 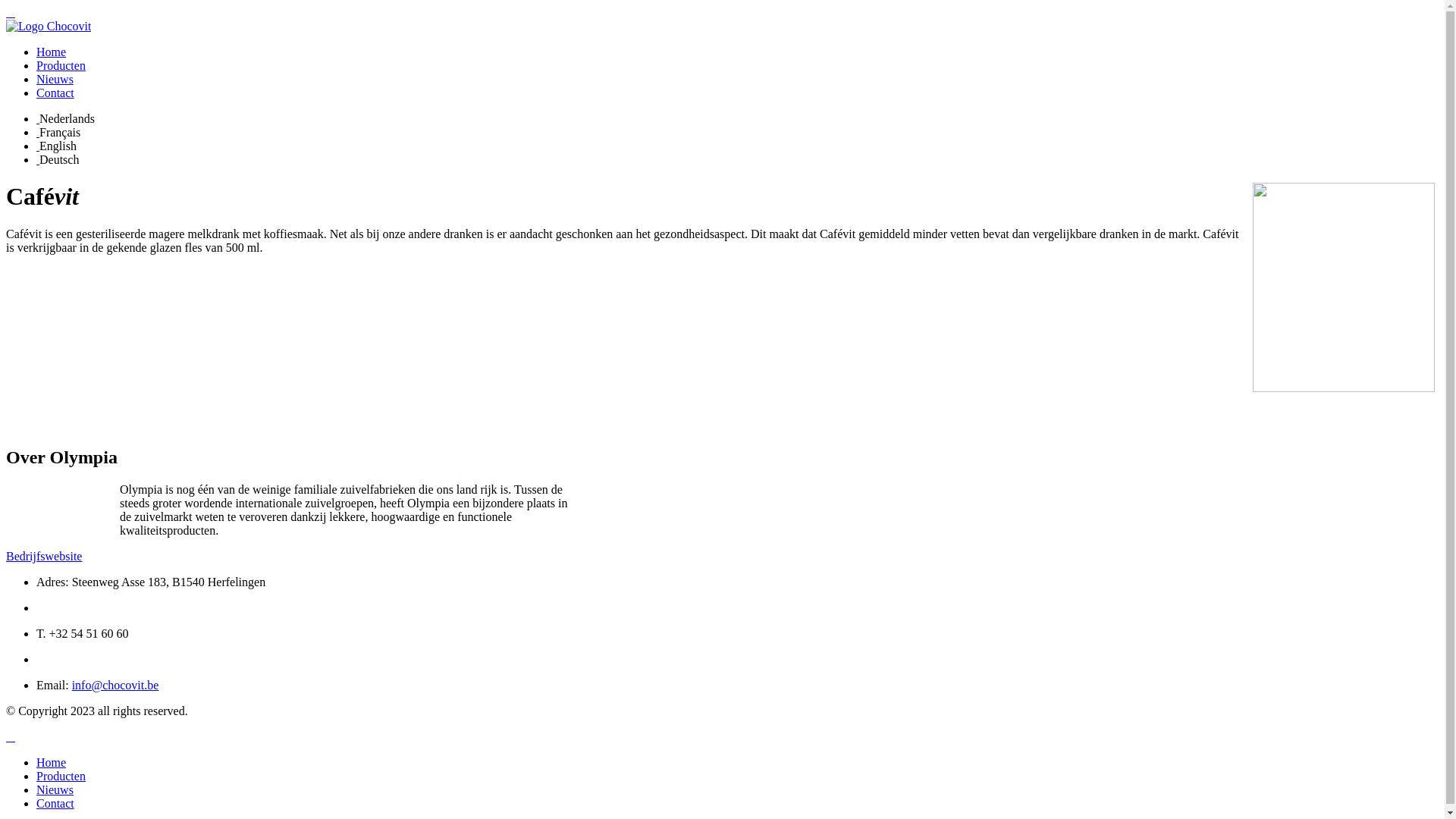 What do you see at coordinates (61, 64) in the screenshot?
I see `'Producten'` at bounding box center [61, 64].